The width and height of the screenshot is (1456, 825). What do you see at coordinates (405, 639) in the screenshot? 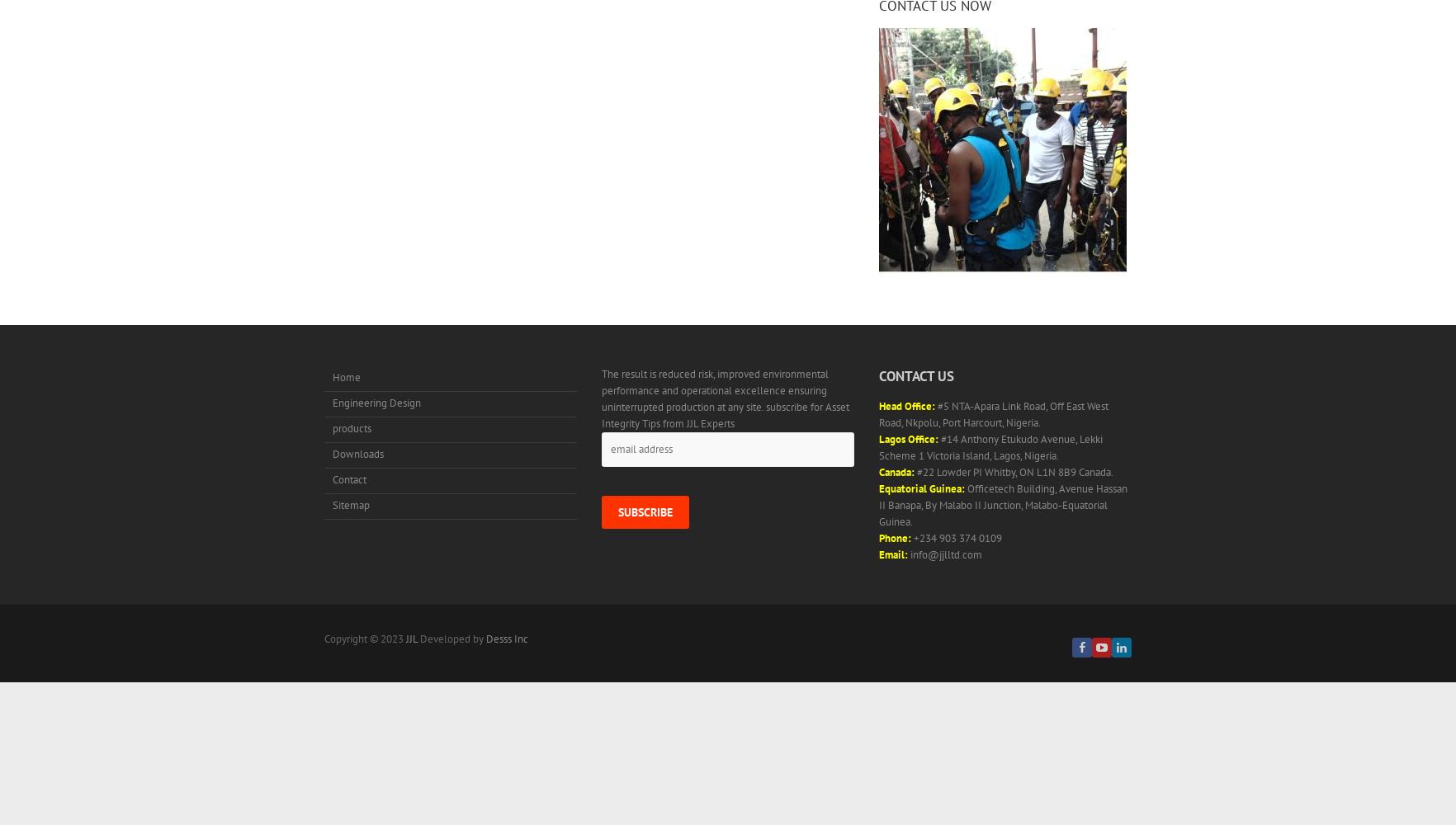
I see `'JJL'` at bounding box center [405, 639].